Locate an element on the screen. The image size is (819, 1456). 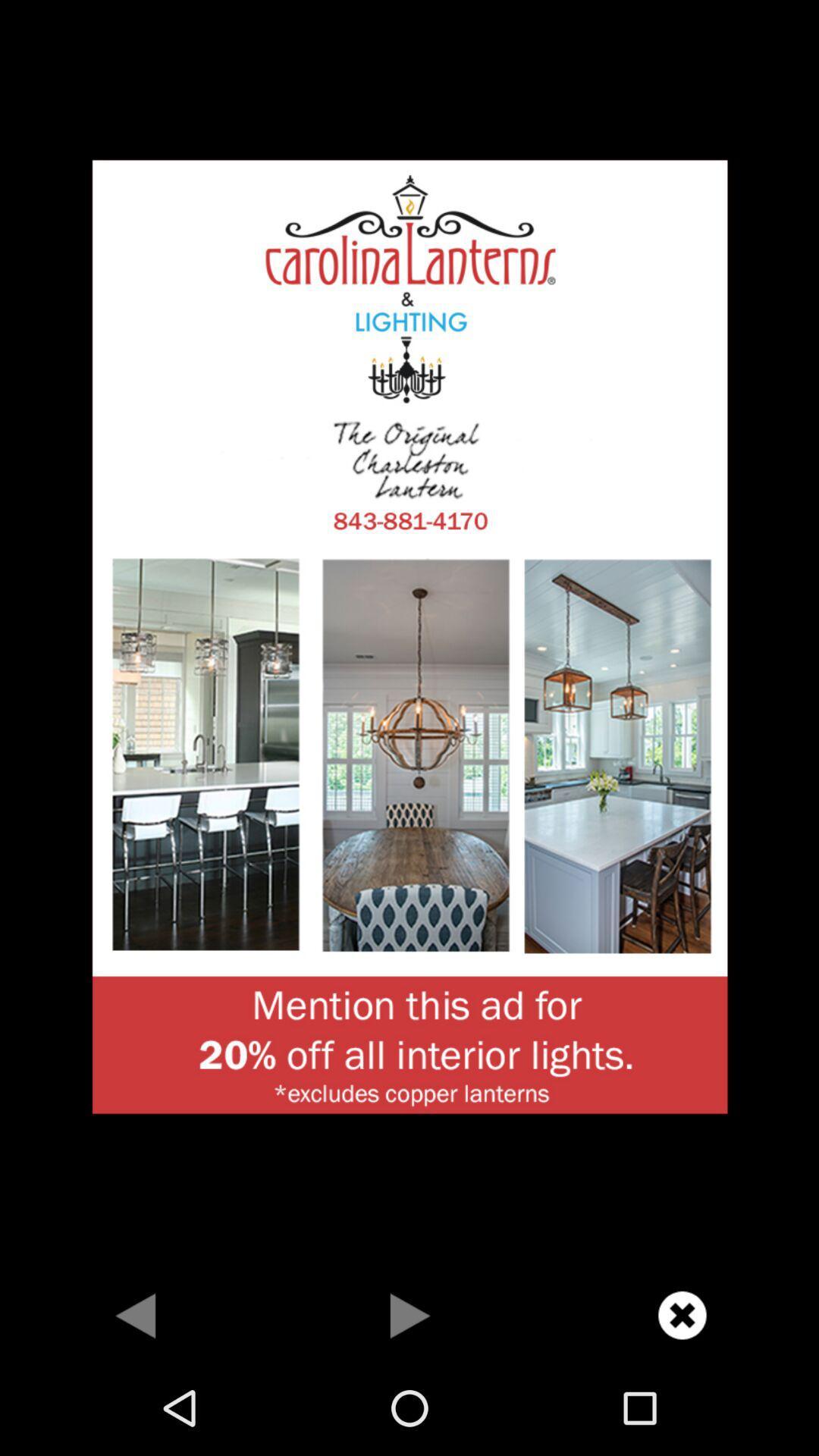
go back is located at coordinates (136, 1314).